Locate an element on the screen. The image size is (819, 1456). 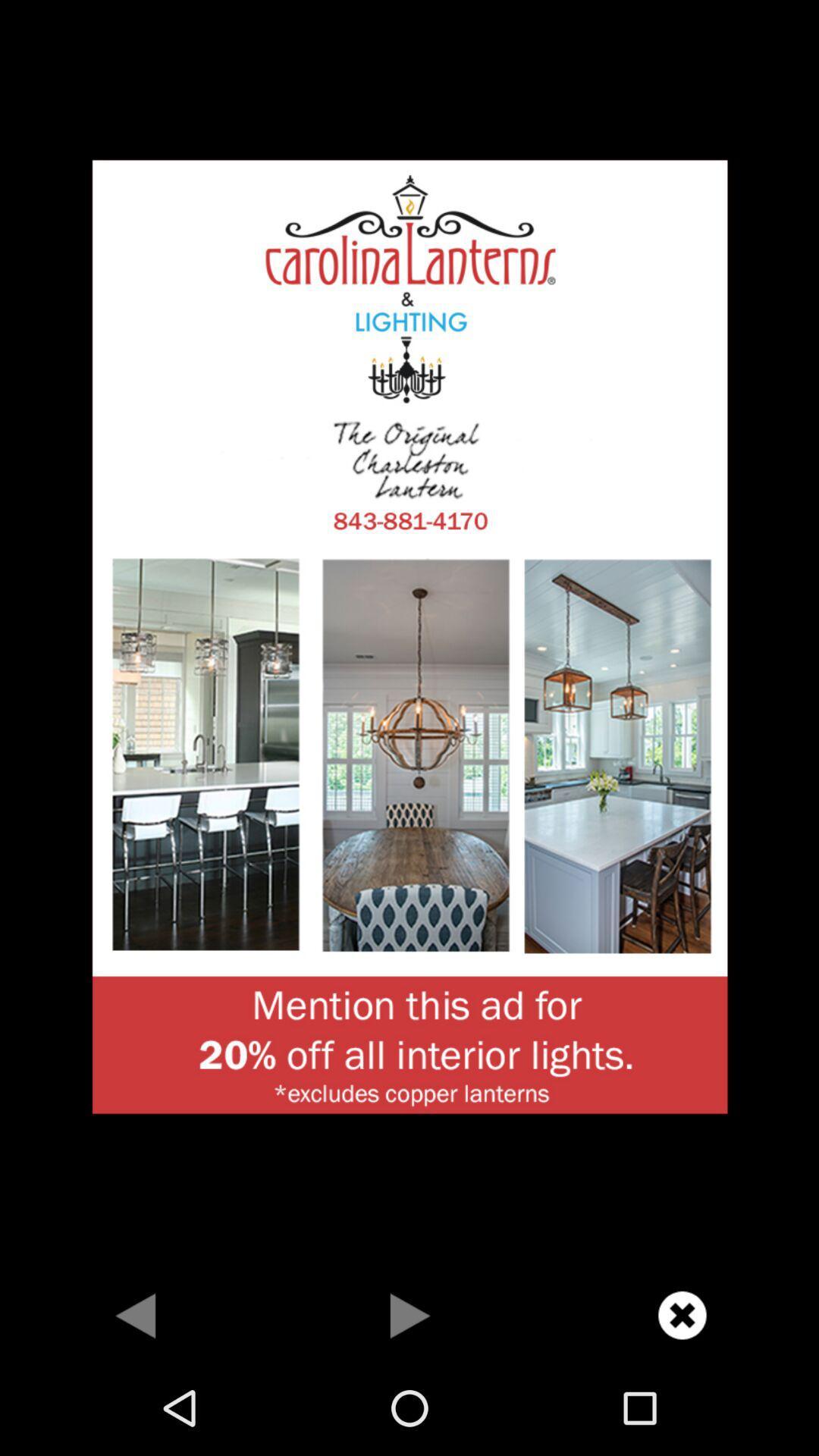
go back is located at coordinates (136, 1314).